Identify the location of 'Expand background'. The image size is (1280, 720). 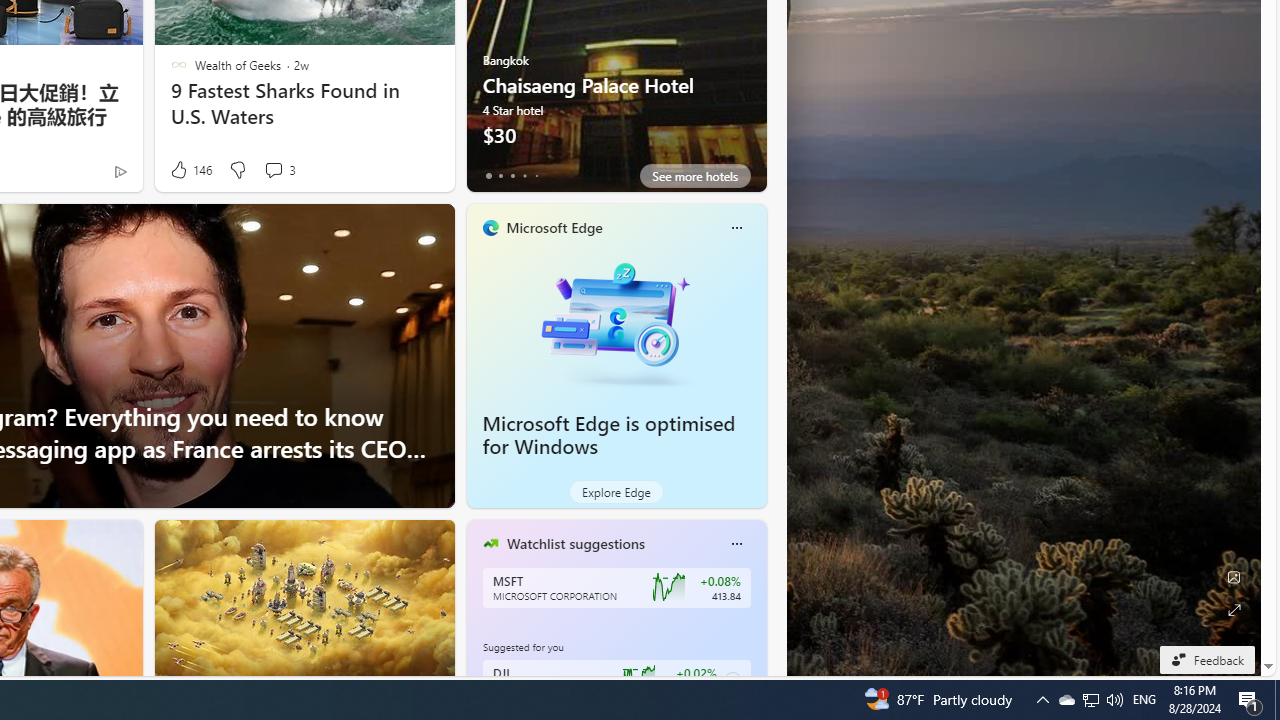
(1232, 609).